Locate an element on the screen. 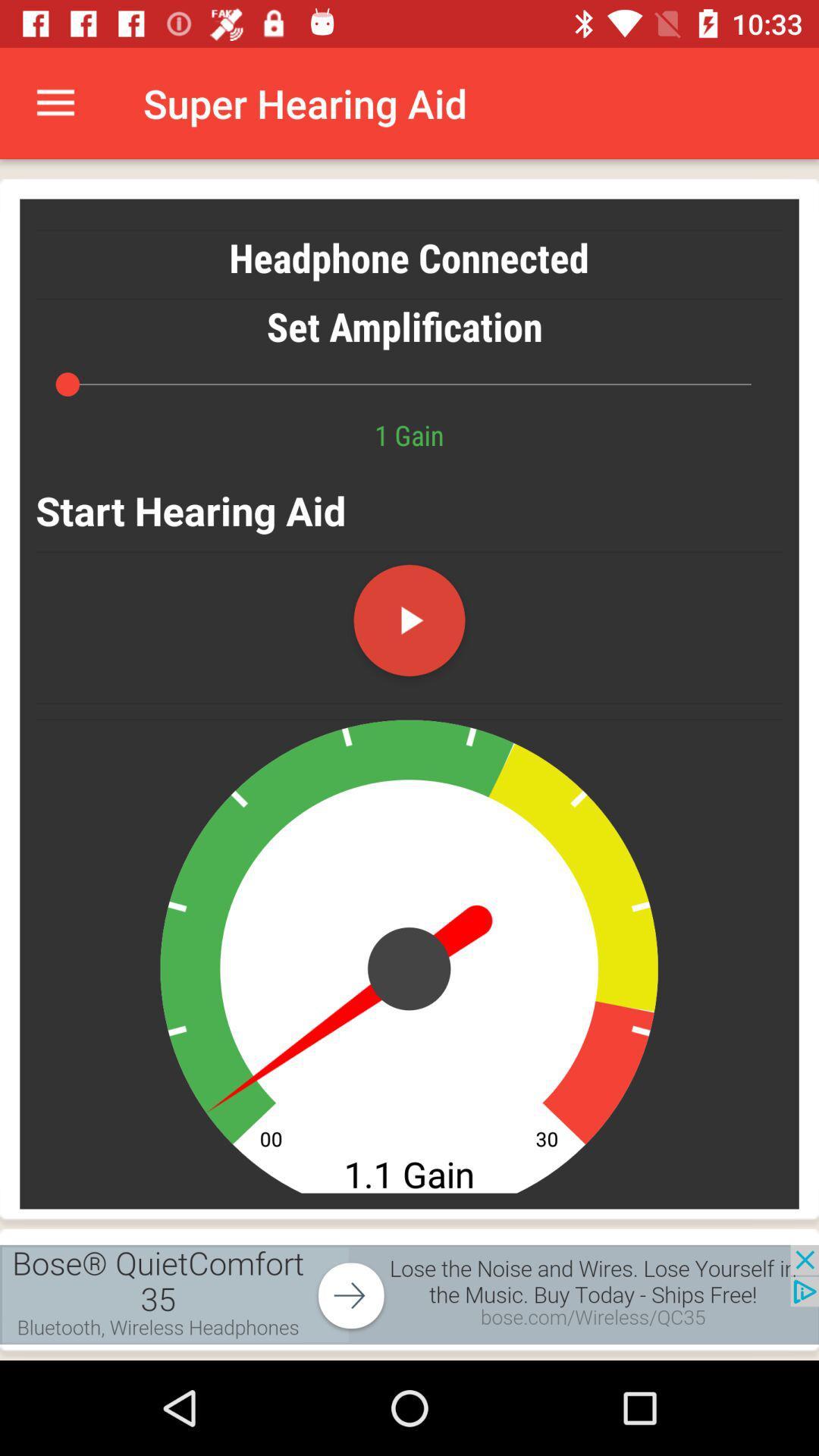 This screenshot has height=1456, width=819. the play icon is located at coordinates (409, 620).